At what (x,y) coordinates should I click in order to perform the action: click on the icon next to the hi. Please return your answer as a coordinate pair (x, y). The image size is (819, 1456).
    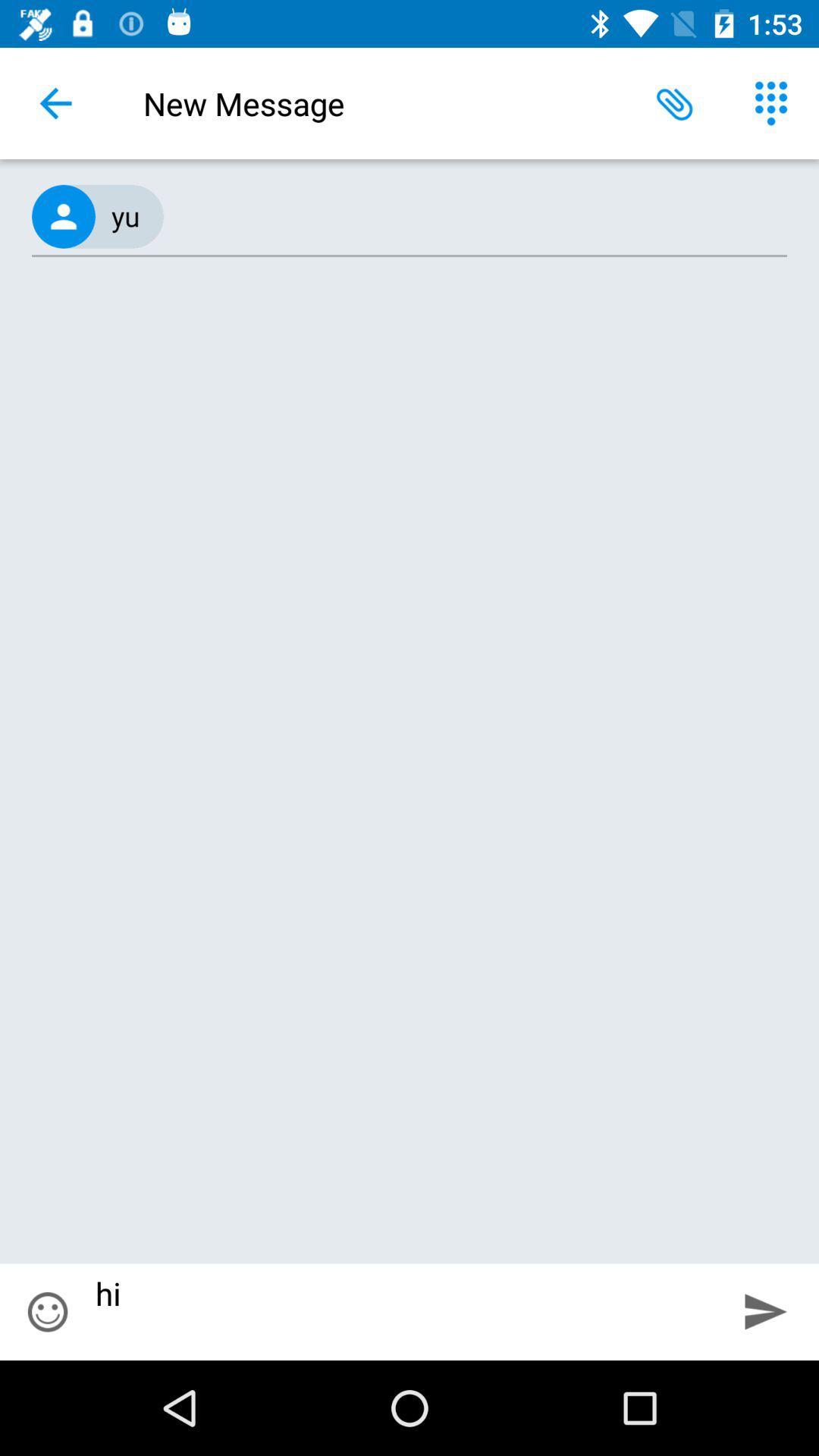
    Looking at the image, I should click on (766, 1310).